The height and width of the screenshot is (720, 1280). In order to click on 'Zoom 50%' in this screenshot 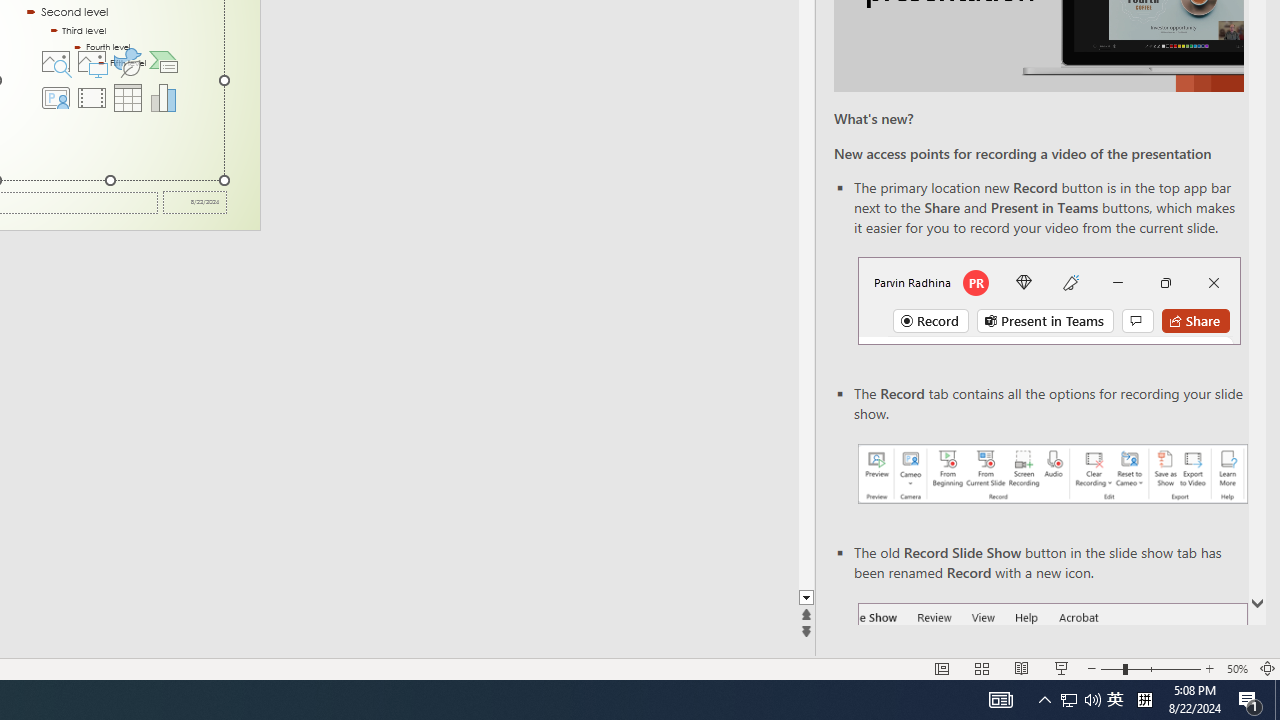, I will do `click(1236, 669)`.